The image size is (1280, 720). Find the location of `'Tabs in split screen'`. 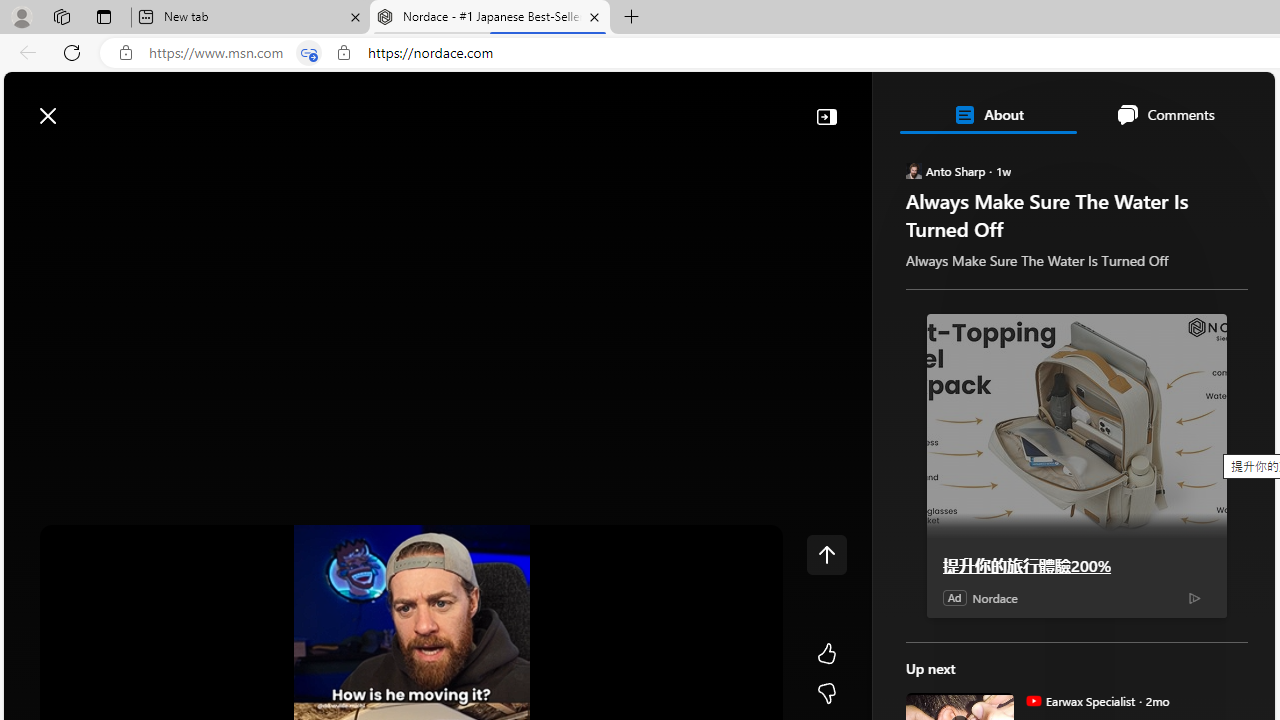

'Tabs in split screen' is located at coordinates (308, 52).